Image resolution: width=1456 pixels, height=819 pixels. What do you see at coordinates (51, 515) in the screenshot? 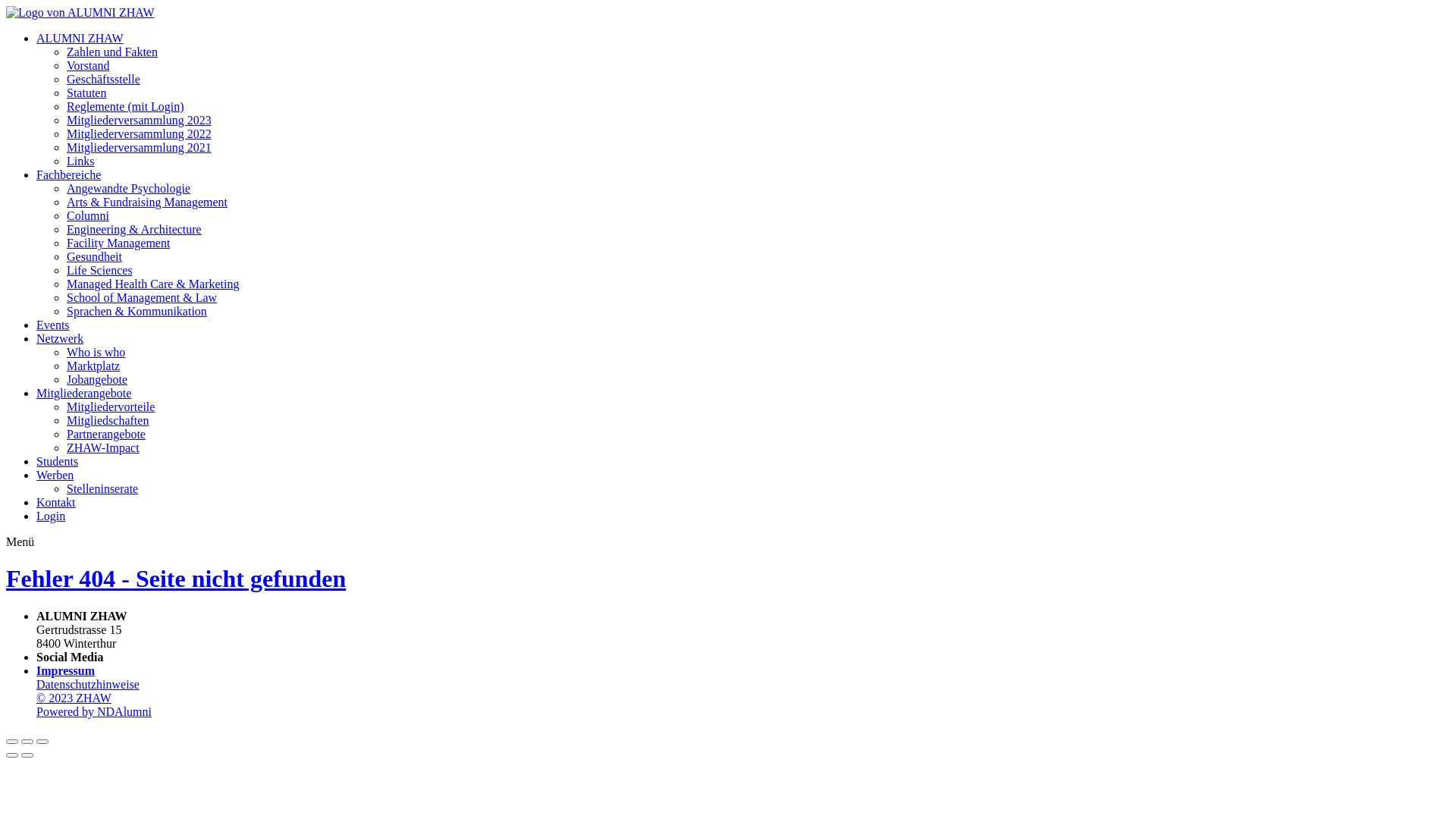
I see `'Login'` at bounding box center [51, 515].